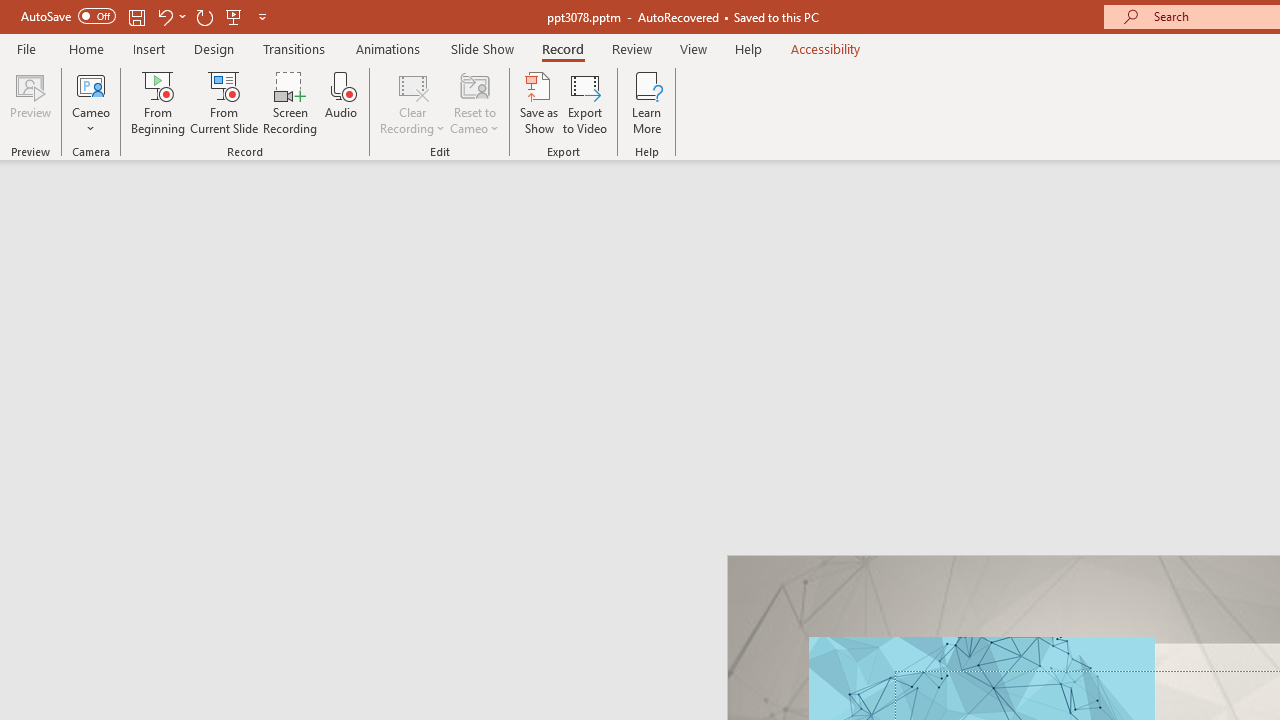  What do you see at coordinates (341, 103) in the screenshot?
I see `'Audio'` at bounding box center [341, 103].